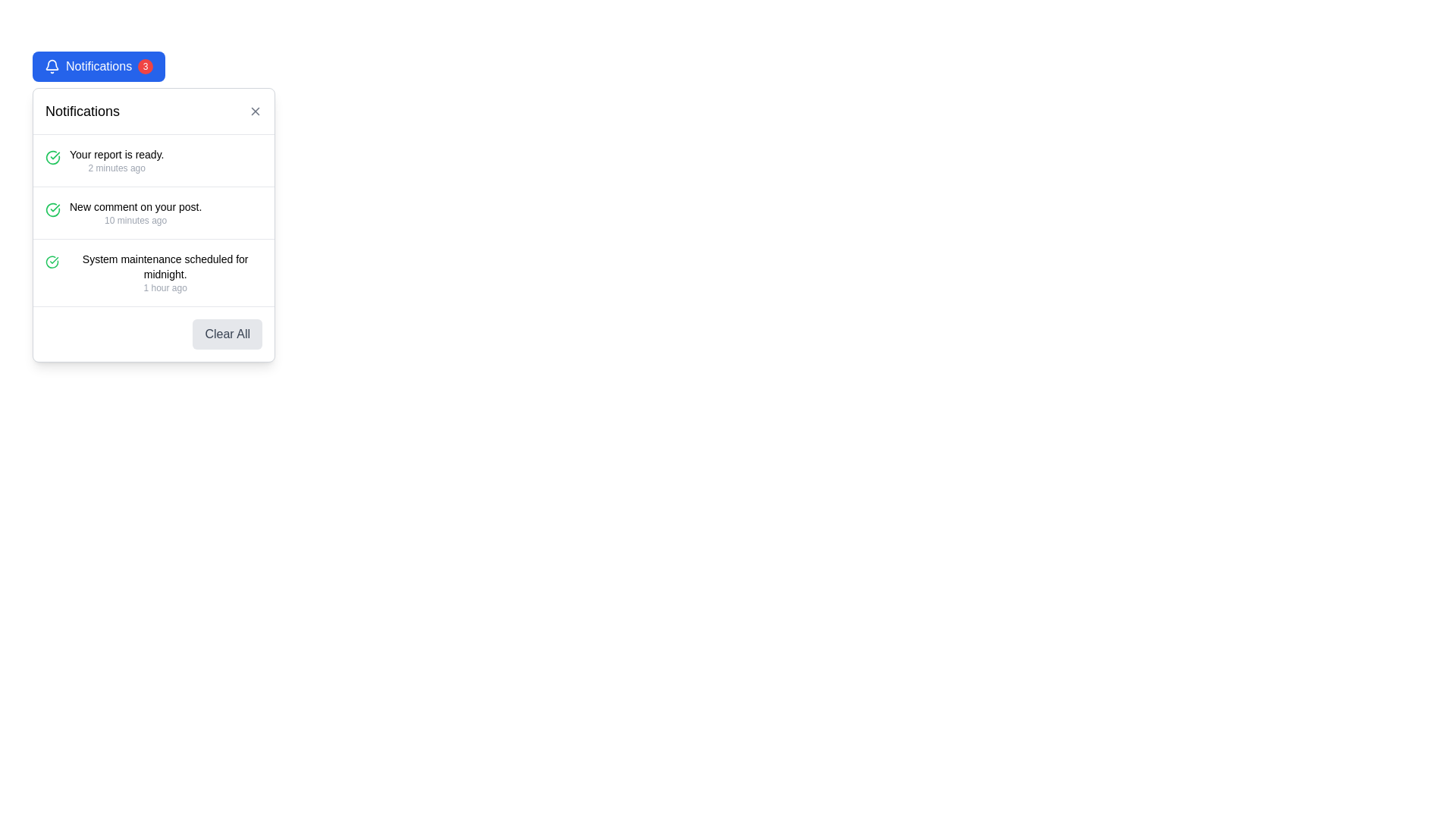  I want to click on the Notifications button with a blue background, white bell icon, and red badge showing '3' to trigger the tooltip, so click(98, 66).